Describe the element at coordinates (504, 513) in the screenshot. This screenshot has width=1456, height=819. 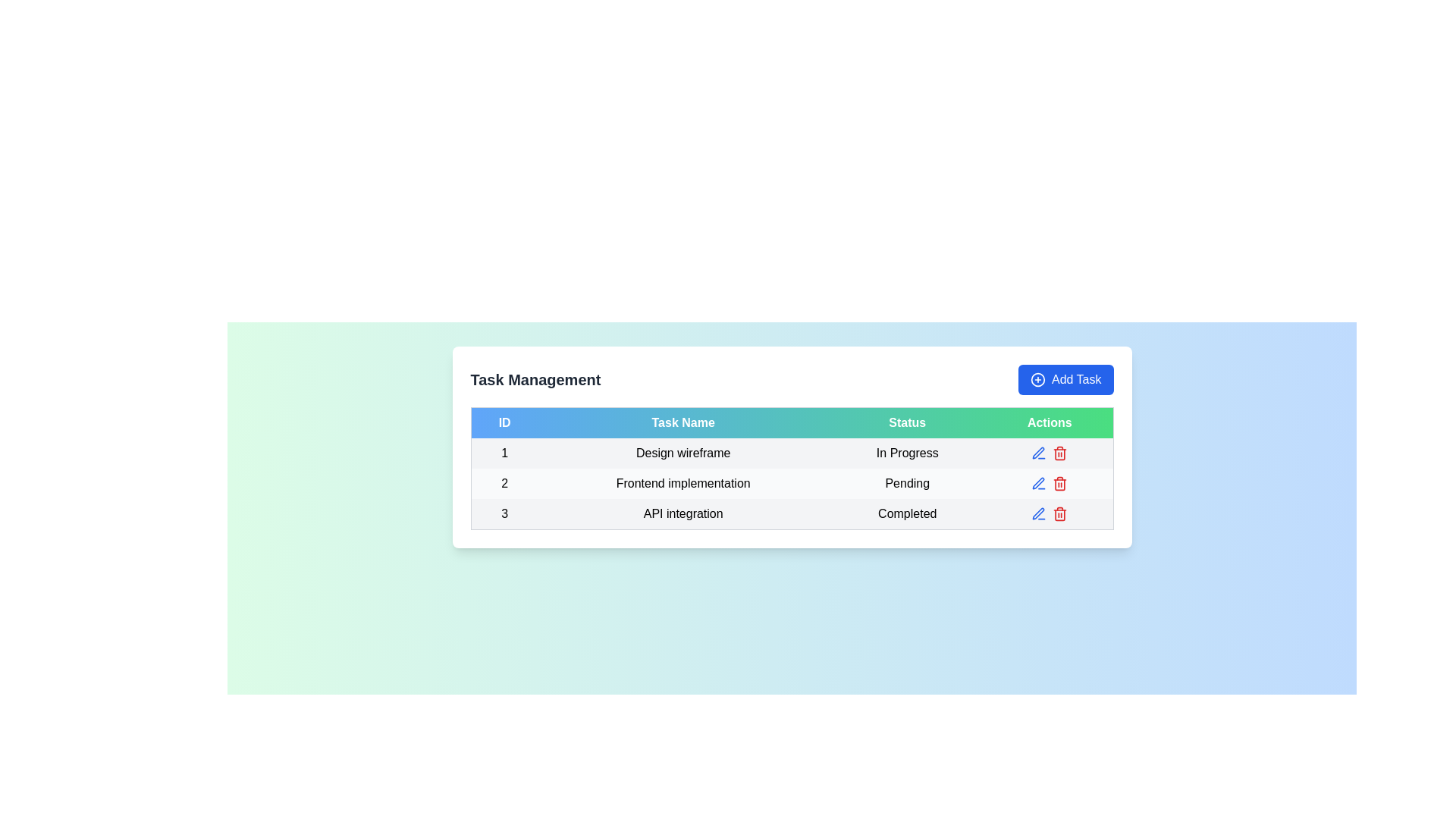
I see `the Text Label representing the unique identifier of the task titled 'API integration' in the task management system` at that location.